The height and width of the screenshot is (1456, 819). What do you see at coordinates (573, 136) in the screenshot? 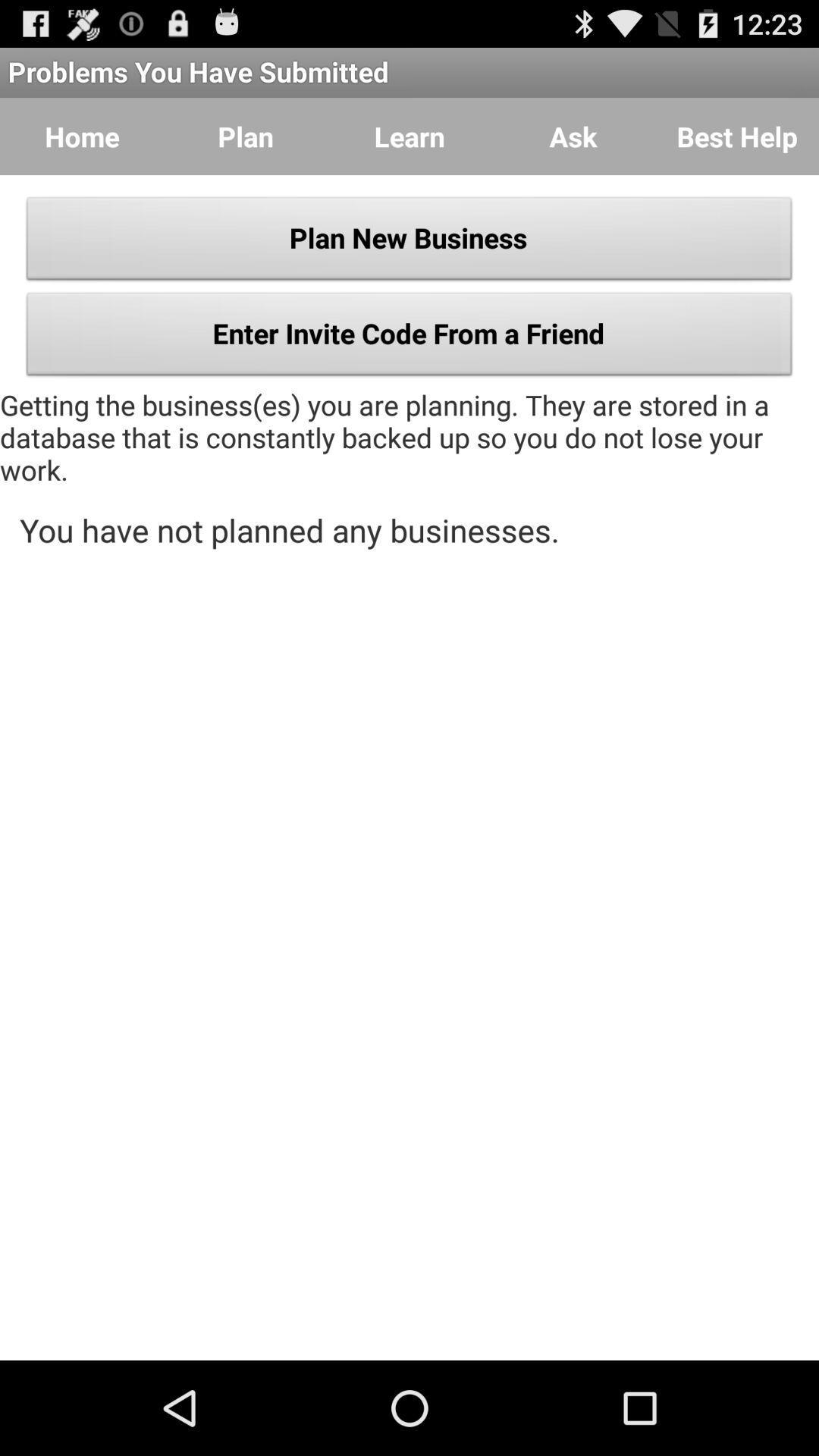
I see `the item below problems you have` at bounding box center [573, 136].